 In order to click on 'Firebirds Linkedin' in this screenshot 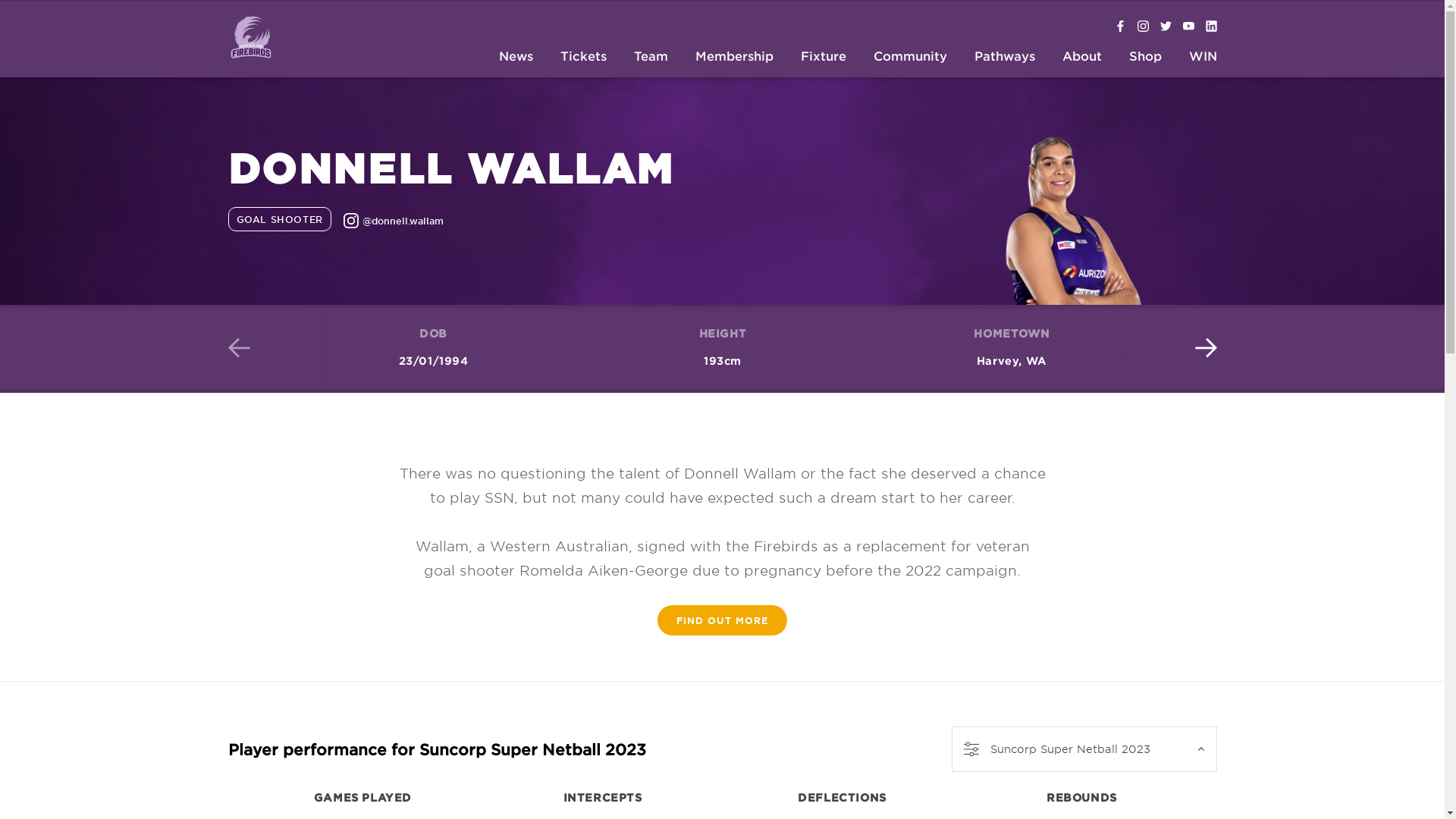, I will do `click(1210, 26)`.